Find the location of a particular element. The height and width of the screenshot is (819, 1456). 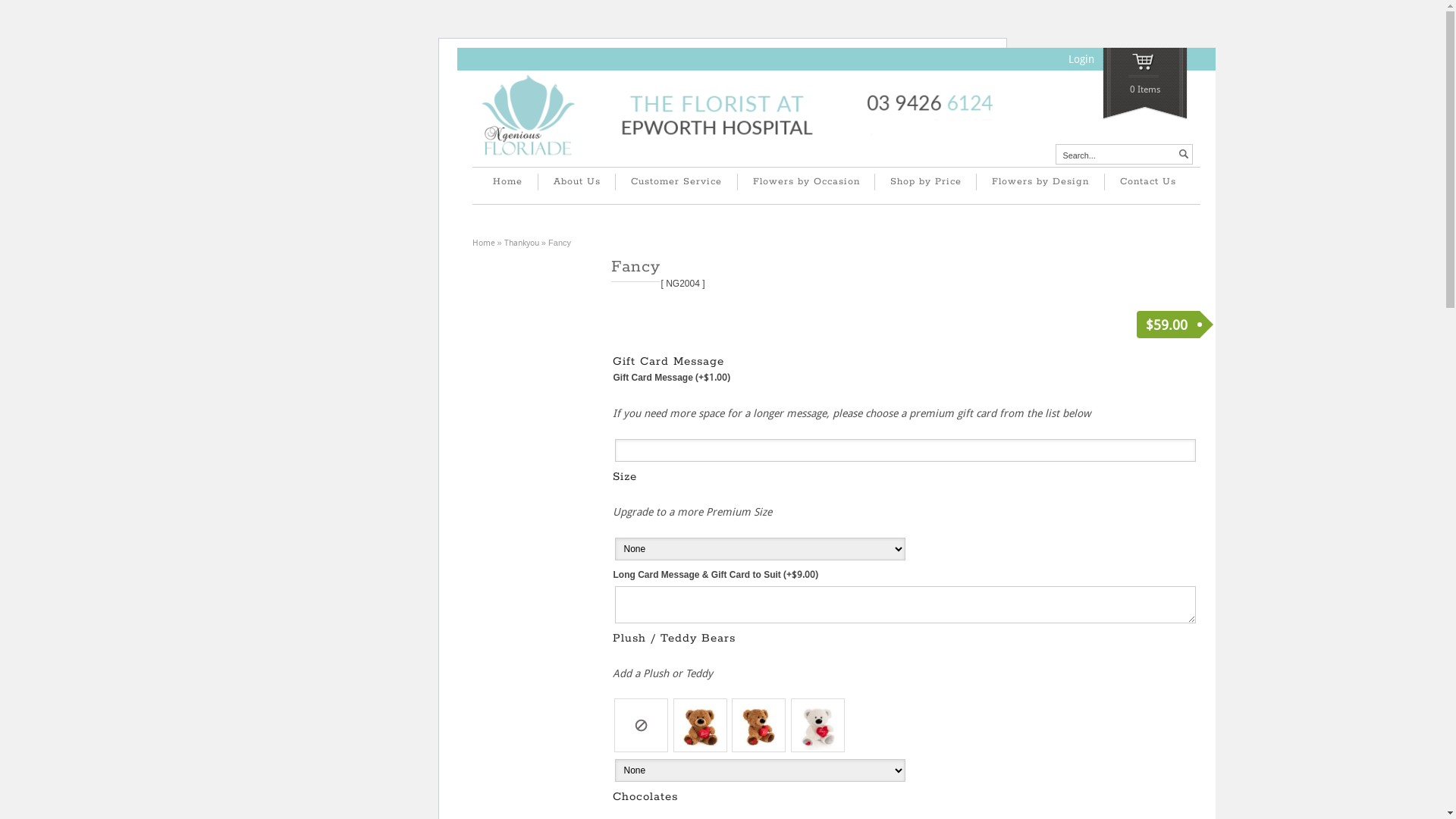

'Flowers by Design' is located at coordinates (975, 180).